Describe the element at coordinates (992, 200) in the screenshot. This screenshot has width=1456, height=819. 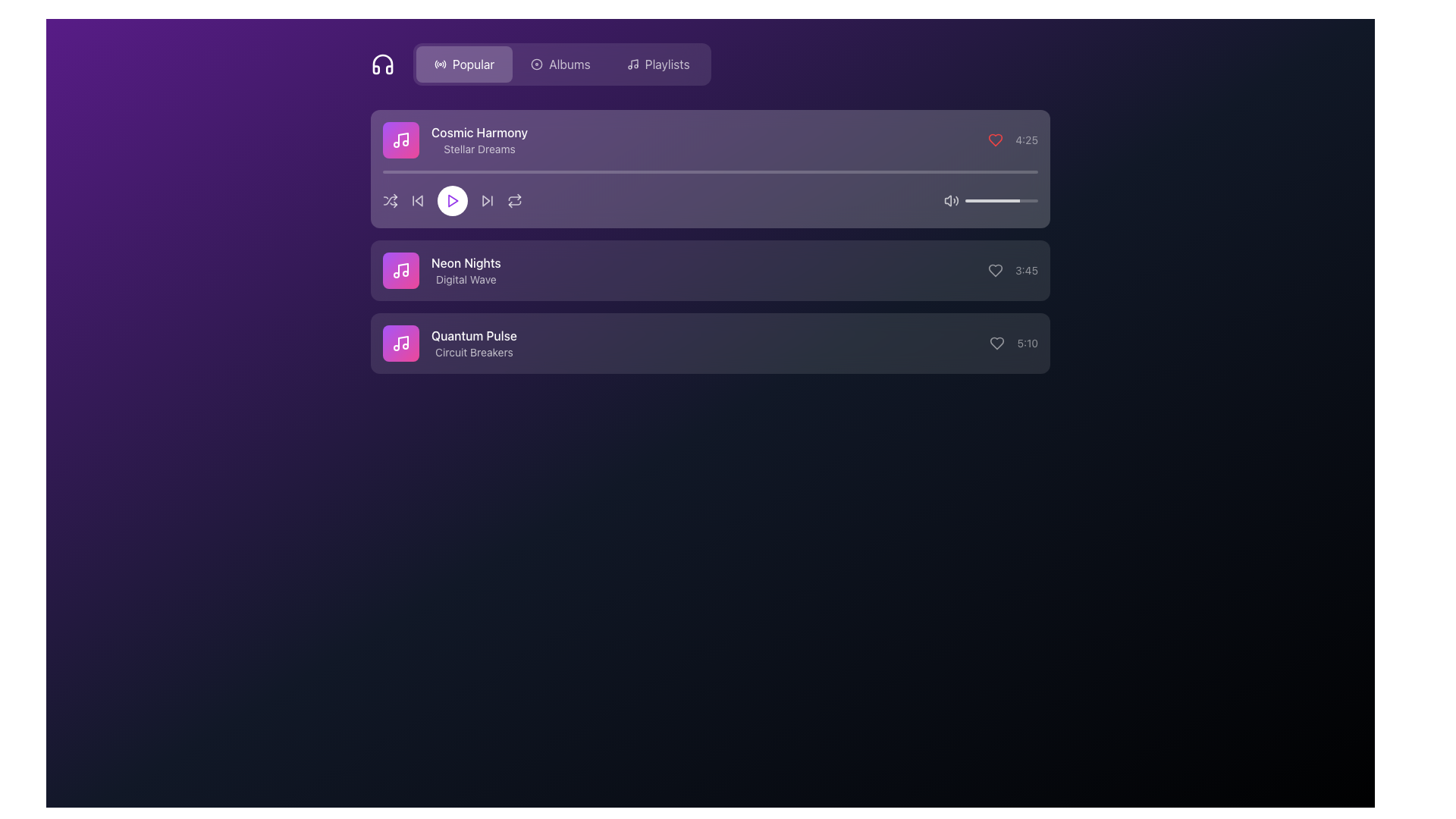
I see `volume` at that location.